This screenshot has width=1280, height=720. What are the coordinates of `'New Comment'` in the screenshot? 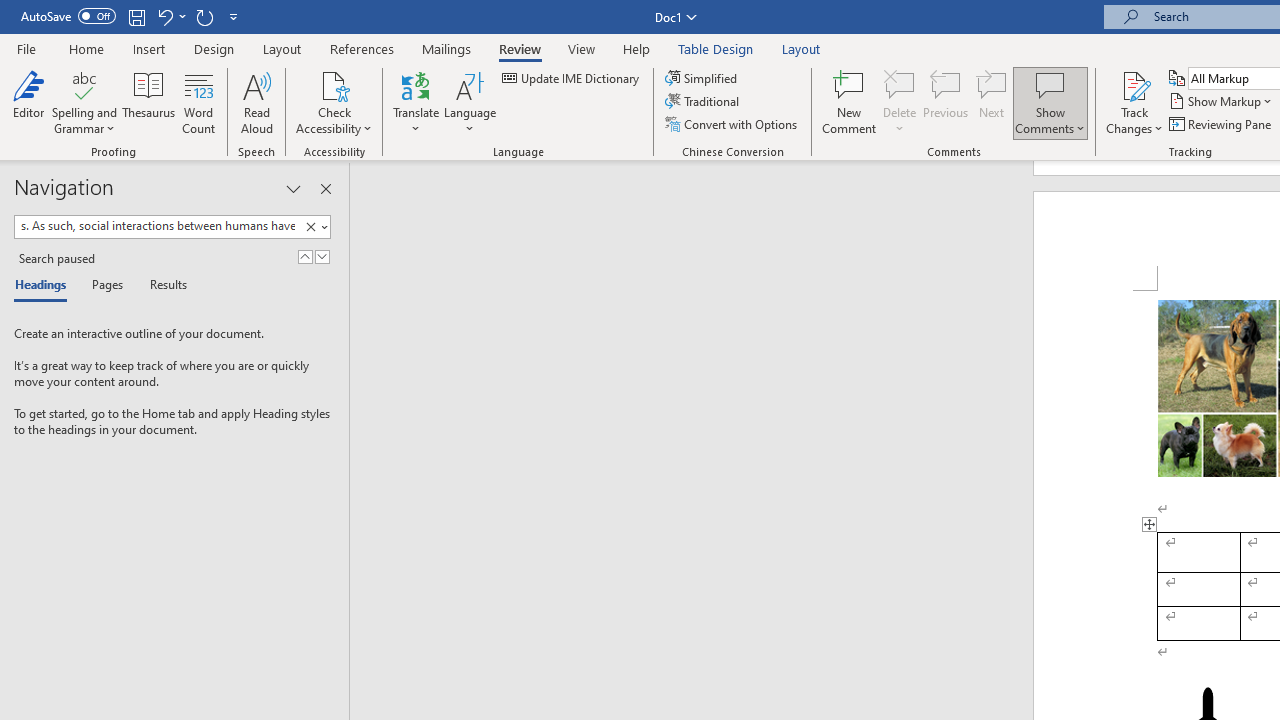 It's located at (849, 103).